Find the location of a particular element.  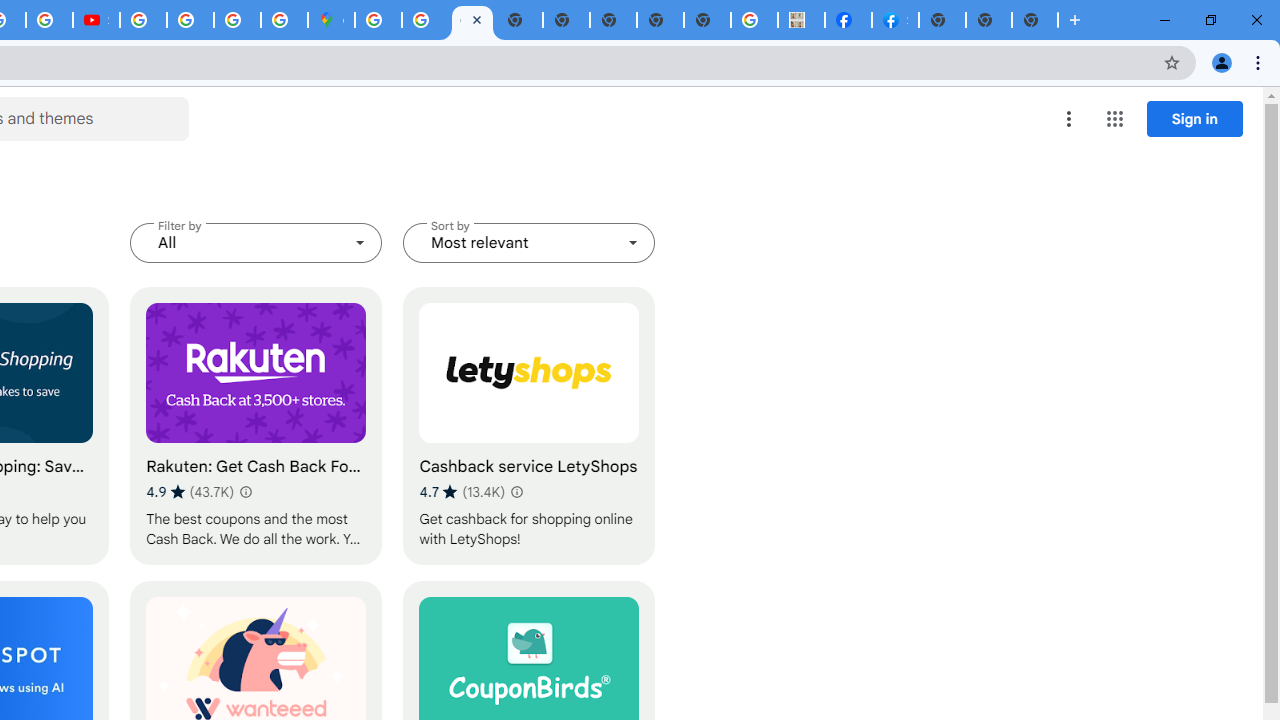

'Miley Cyrus | Facebook' is located at coordinates (848, 20).